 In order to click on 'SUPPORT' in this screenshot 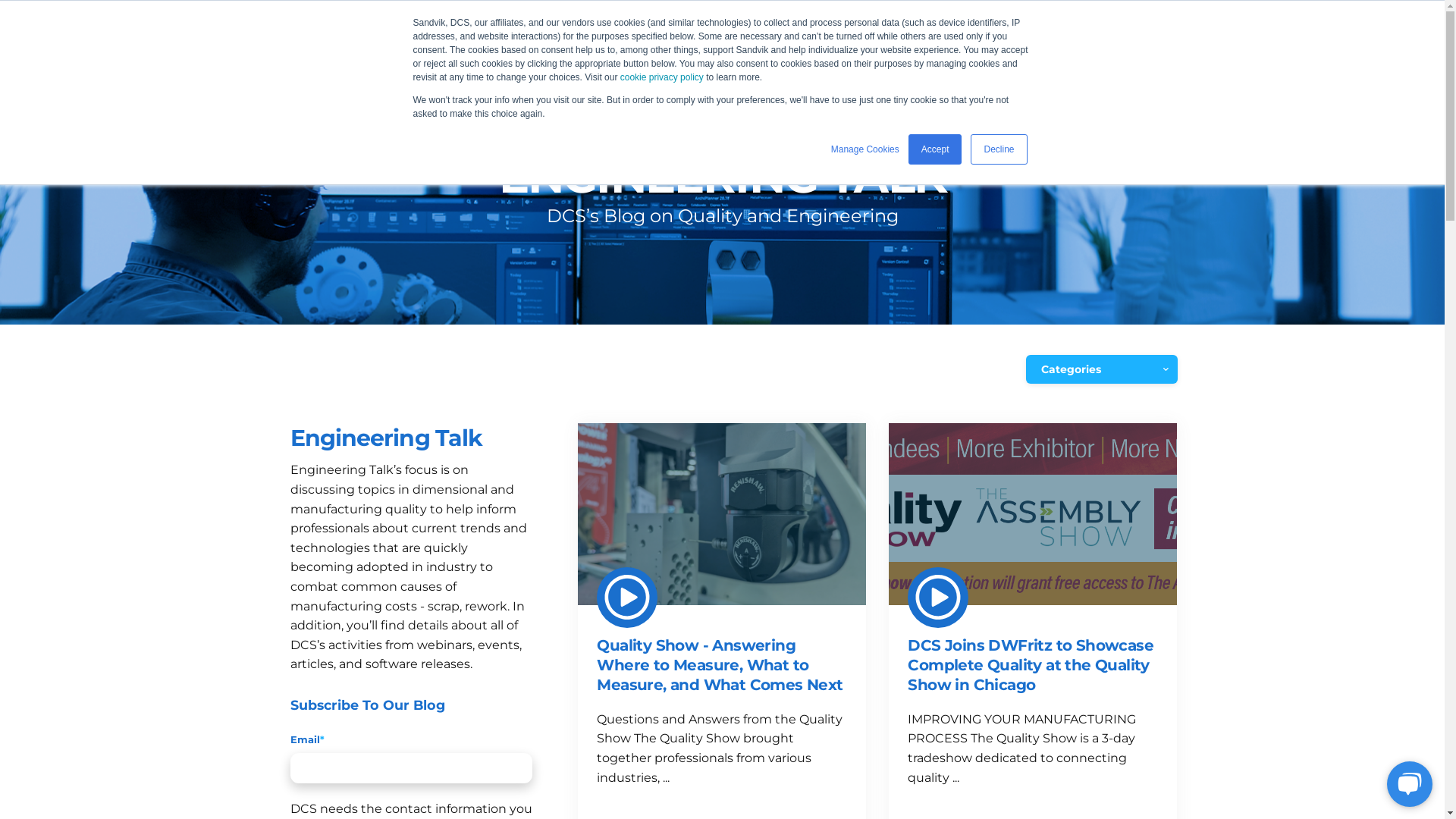, I will do `click(827, 14)`.